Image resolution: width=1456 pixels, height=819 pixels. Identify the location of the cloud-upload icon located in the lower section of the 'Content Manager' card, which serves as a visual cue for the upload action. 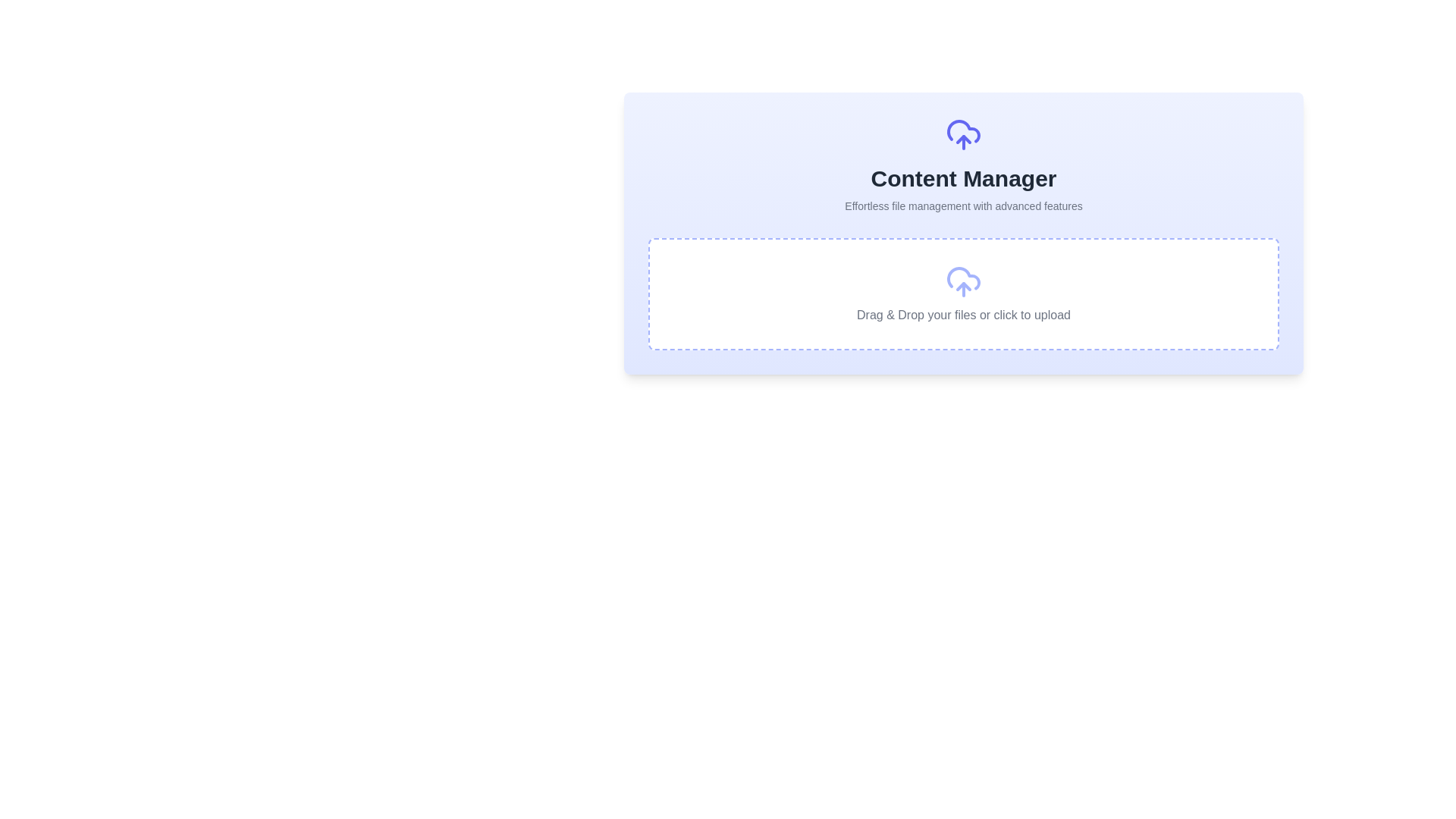
(963, 287).